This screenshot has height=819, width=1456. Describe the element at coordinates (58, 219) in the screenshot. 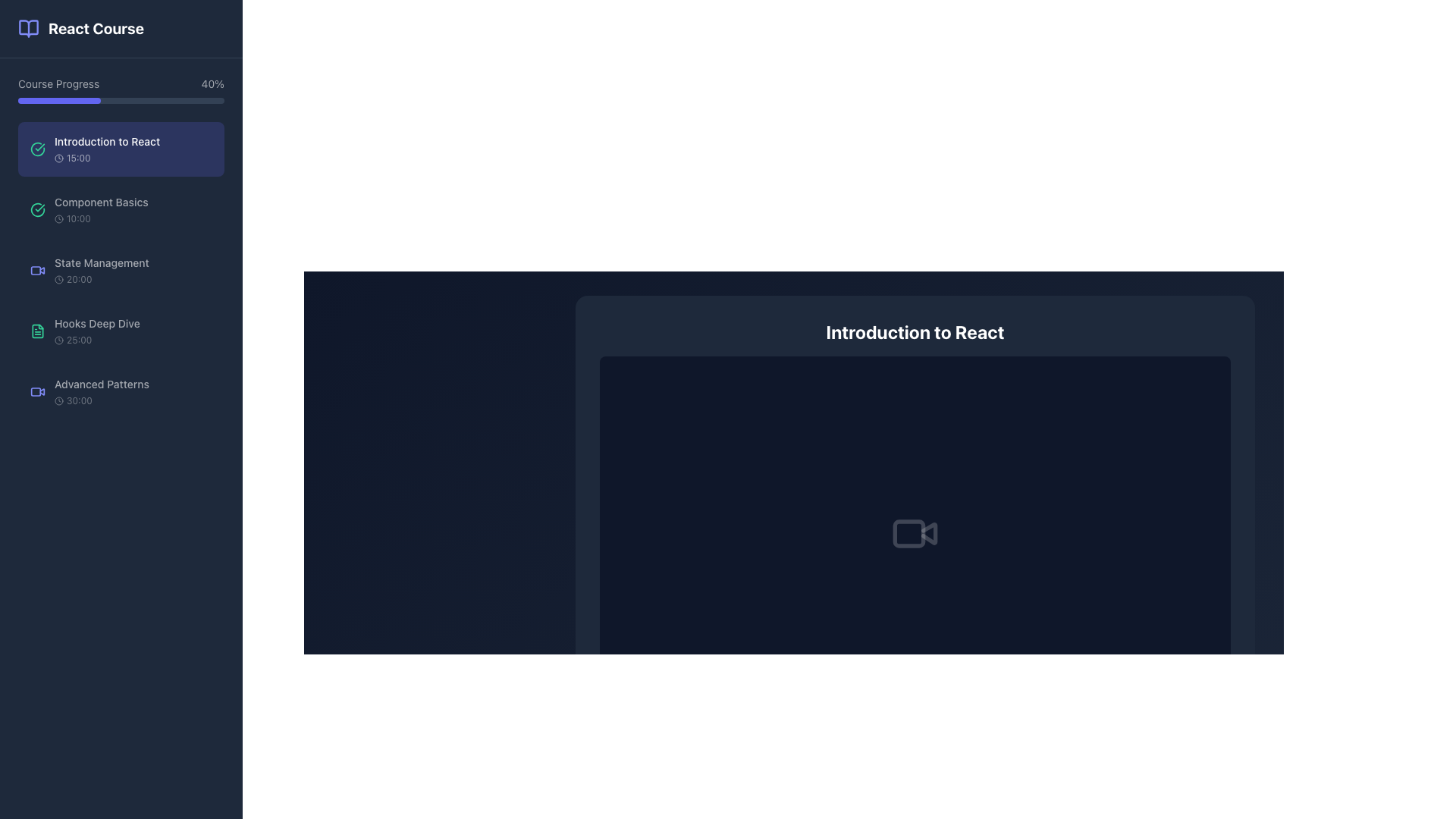

I see `the small circular clock icon located to the left of the time text '10:00' in the 'Component Basics' item entry` at that location.